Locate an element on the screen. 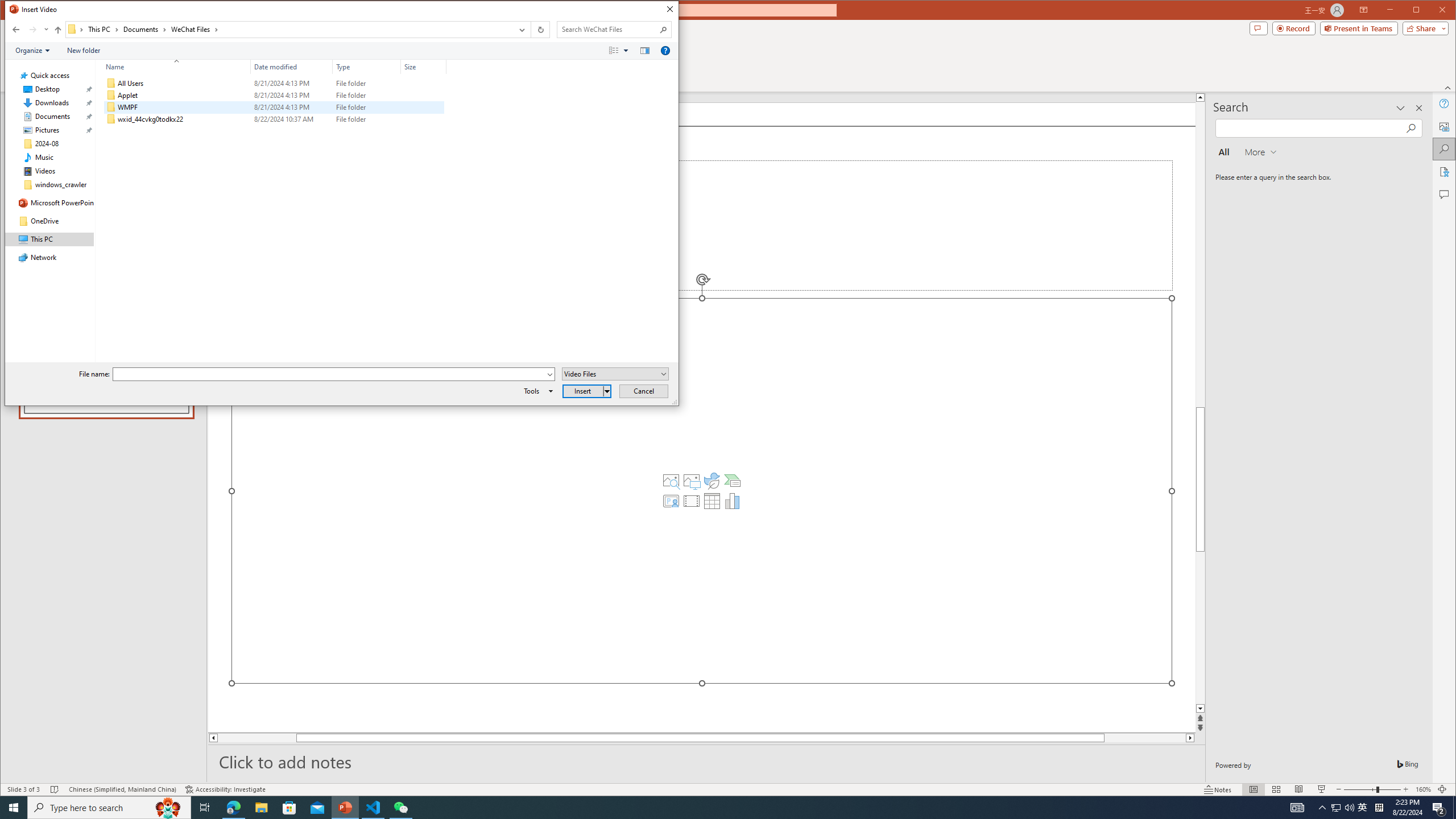  'Address band toolbar' is located at coordinates (531, 29).